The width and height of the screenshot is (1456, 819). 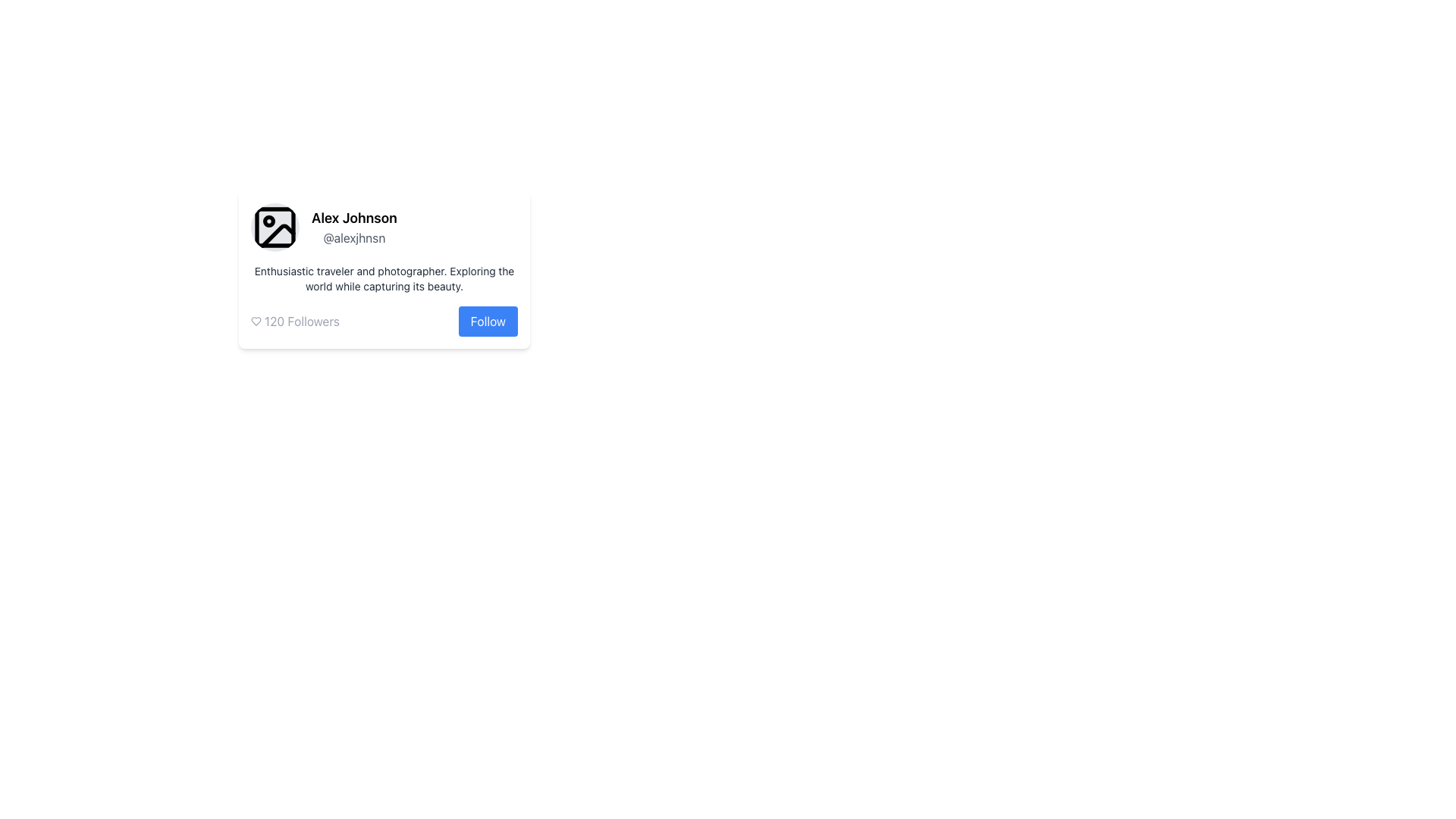 I want to click on the outlined heart icon, which is styled in a minimalistic gray design and is positioned to the left of the '120 Followers' text in the follower display section, so click(x=256, y=321).